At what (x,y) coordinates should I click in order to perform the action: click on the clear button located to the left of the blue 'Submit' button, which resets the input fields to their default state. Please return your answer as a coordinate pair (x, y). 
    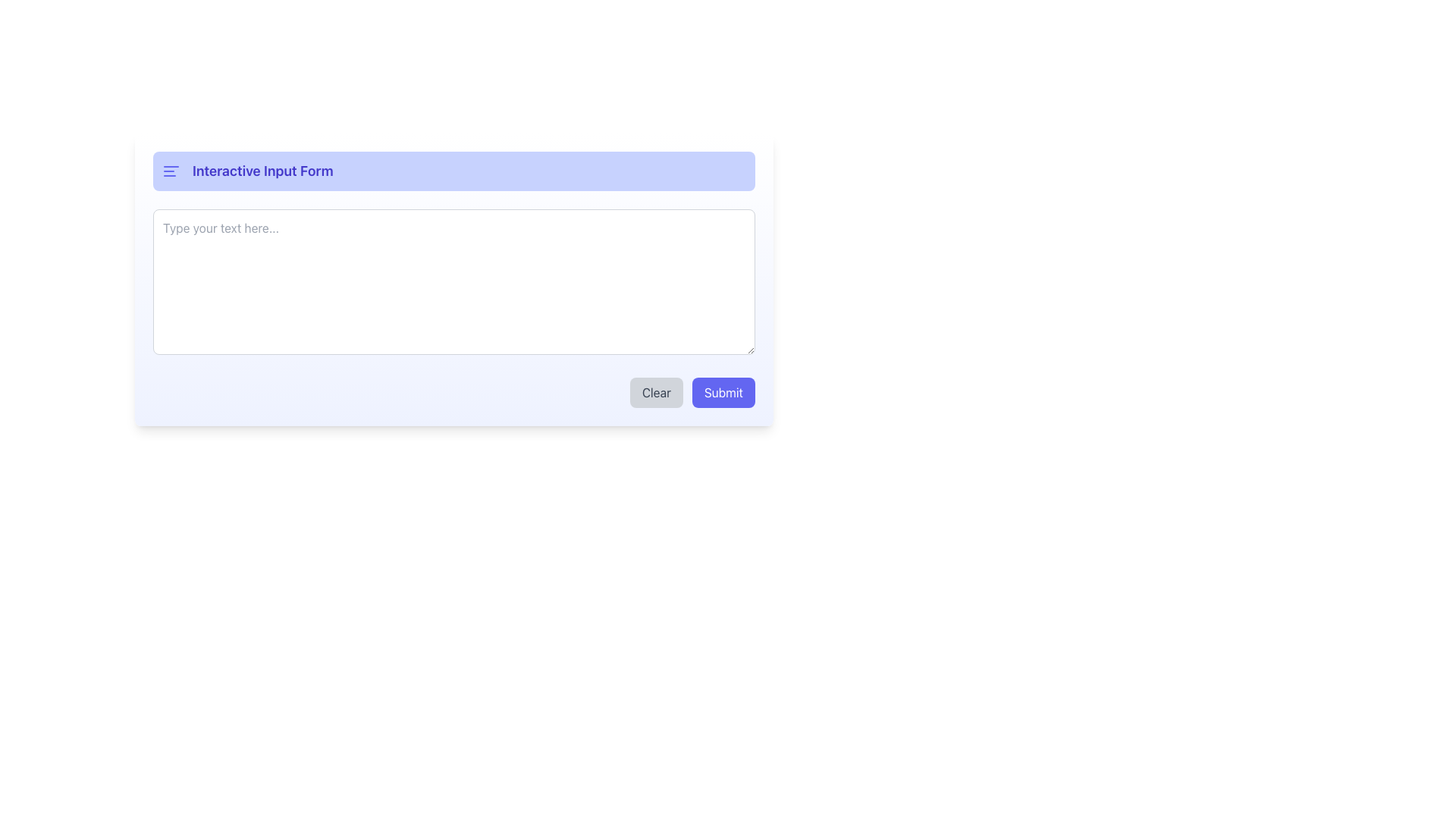
    Looking at the image, I should click on (656, 391).